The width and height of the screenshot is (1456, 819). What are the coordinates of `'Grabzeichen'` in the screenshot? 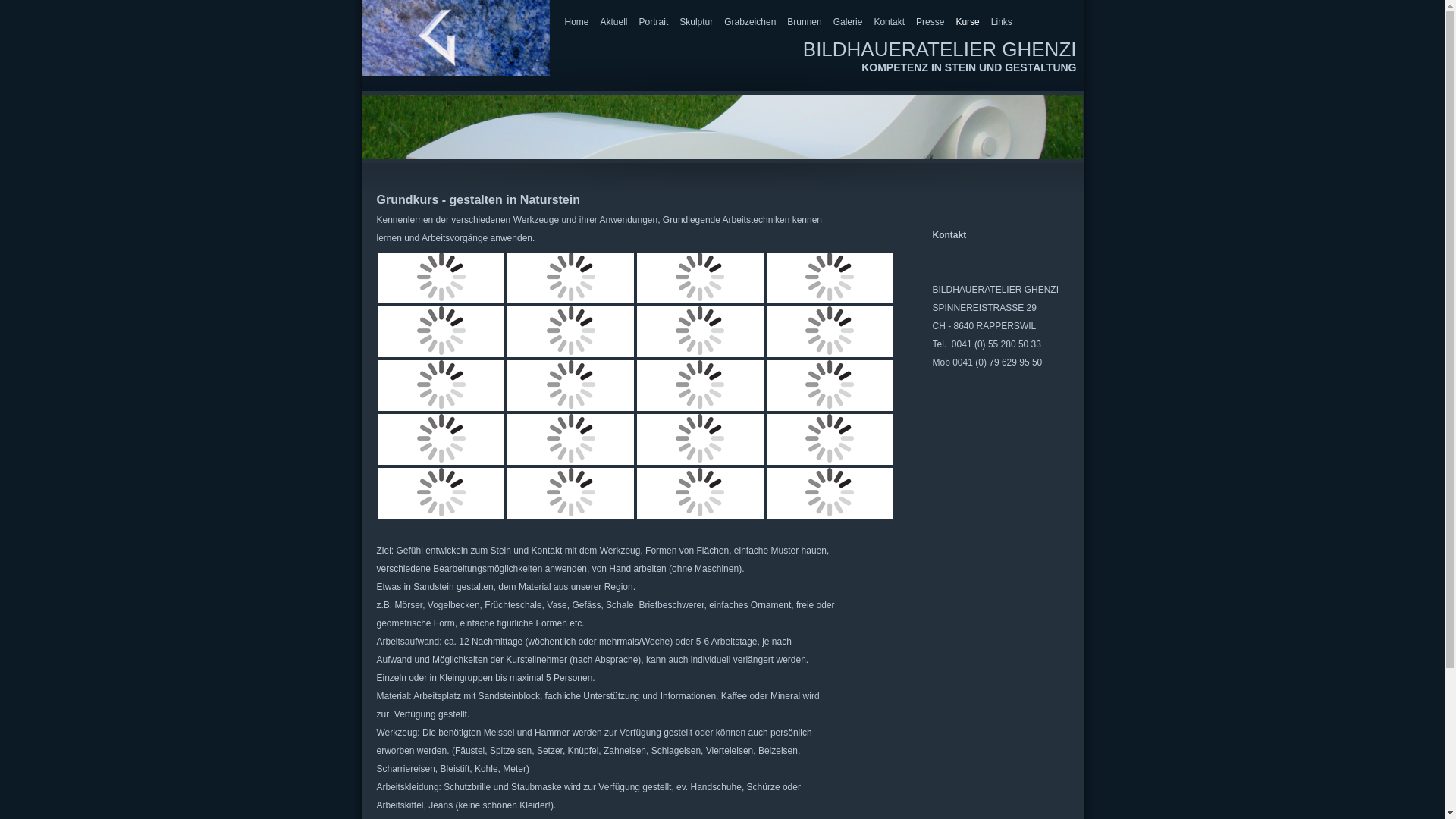 It's located at (723, 22).